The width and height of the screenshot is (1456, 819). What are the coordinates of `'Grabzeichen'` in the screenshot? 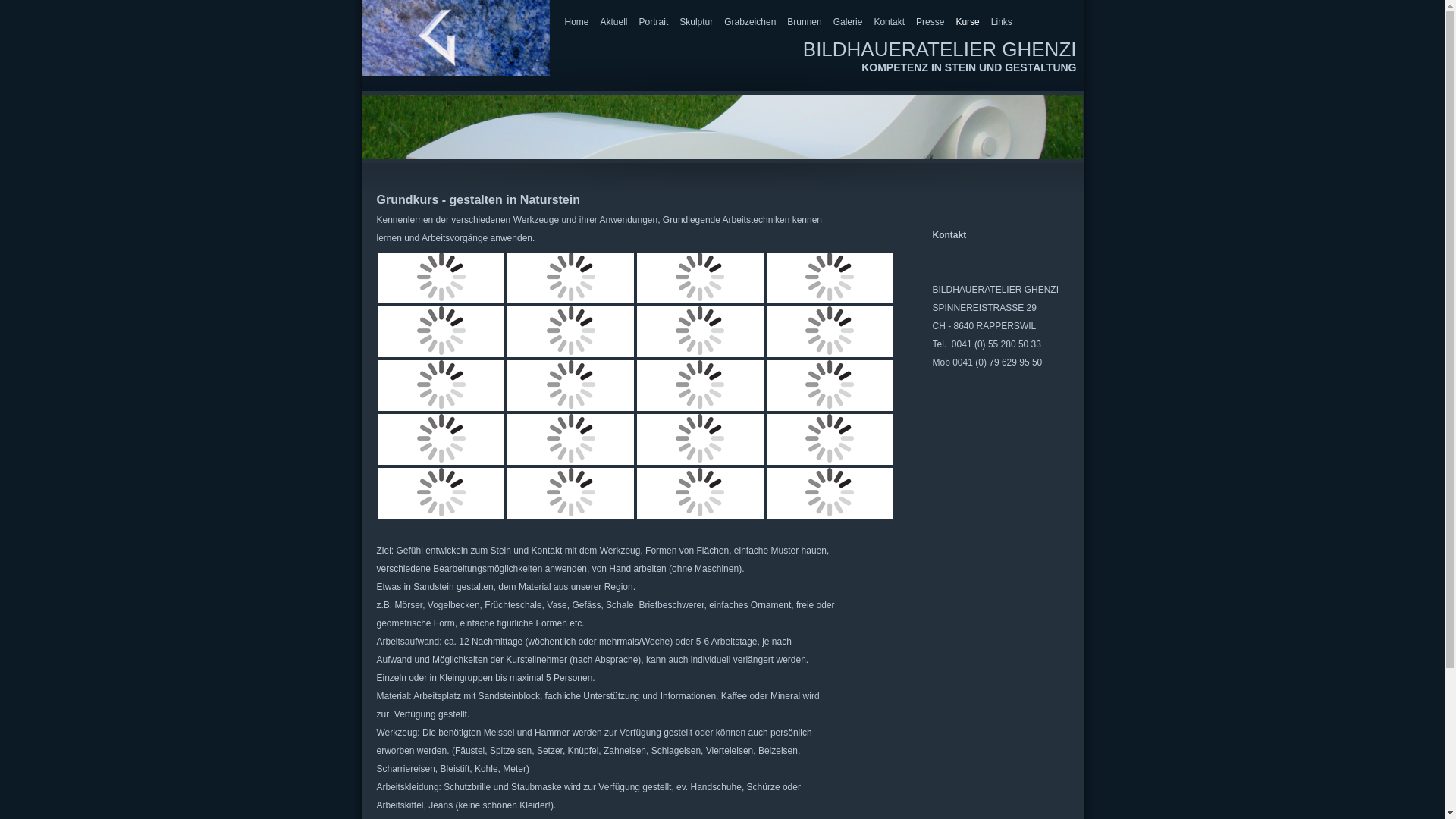 It's located at (723, 22).